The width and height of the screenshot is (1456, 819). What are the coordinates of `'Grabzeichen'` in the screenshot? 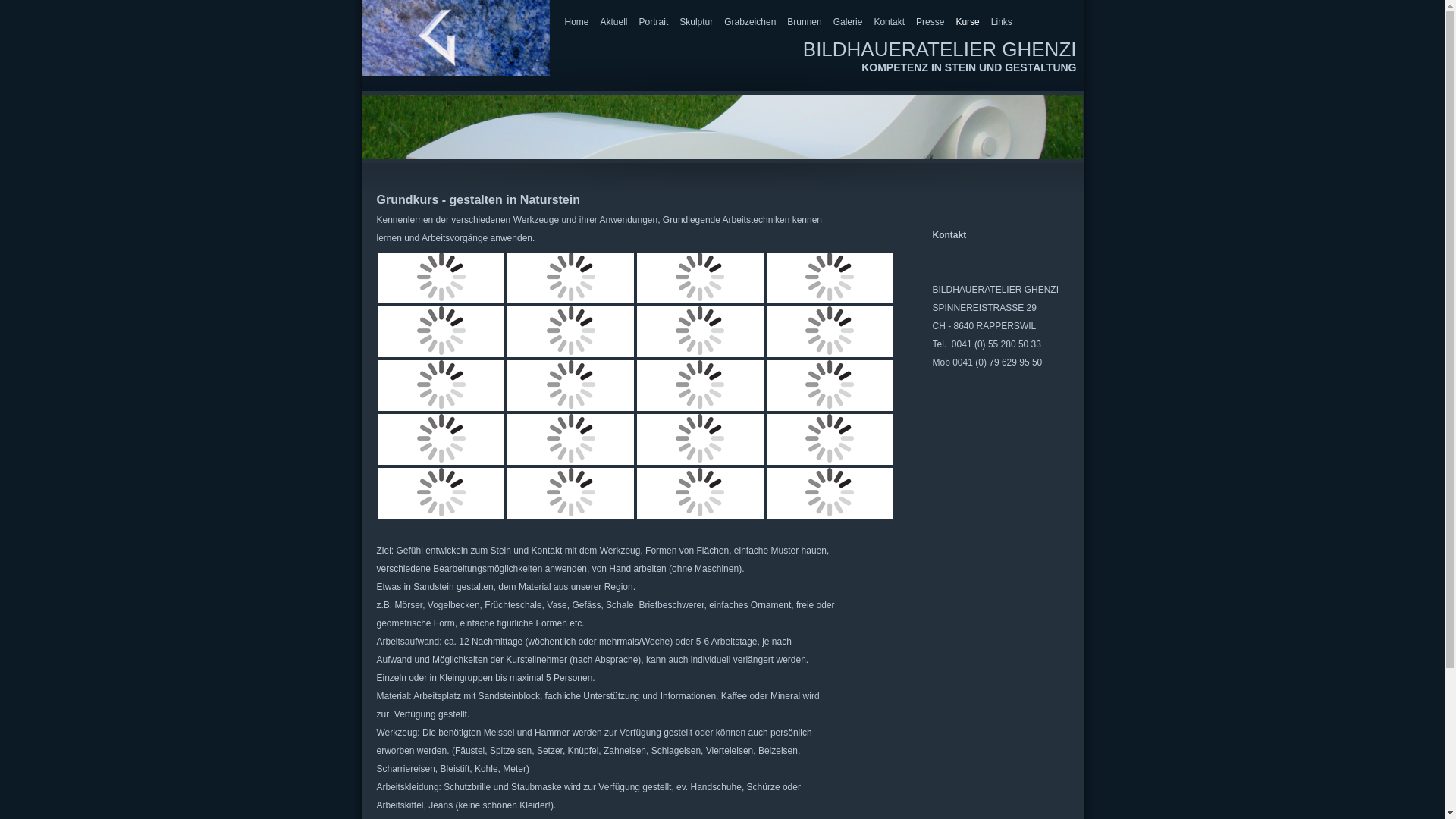 It's located at (723, 22).